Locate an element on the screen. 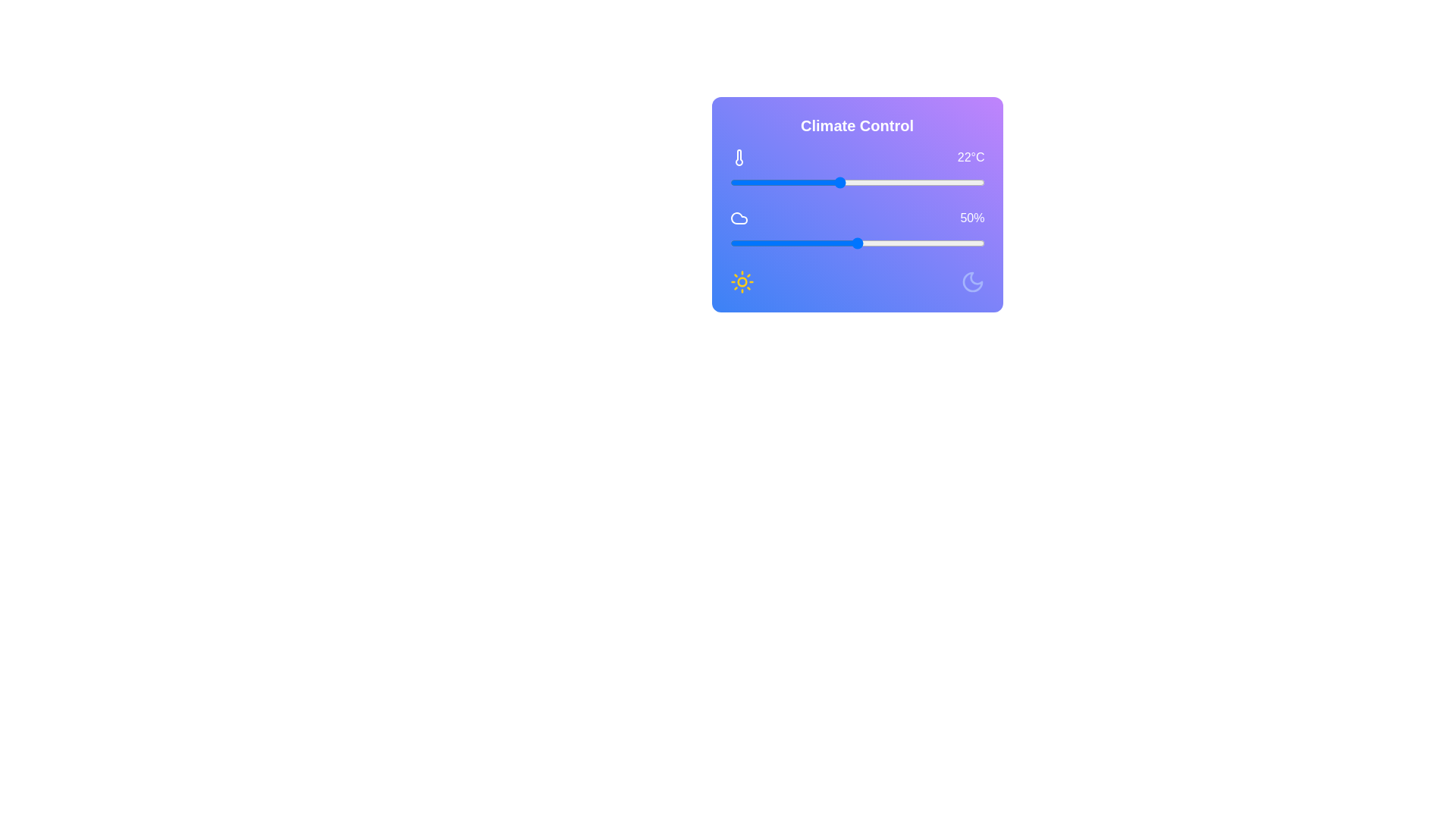 This screenshot has height=819, width=1456. the slider is located at coordinates (925, 218).